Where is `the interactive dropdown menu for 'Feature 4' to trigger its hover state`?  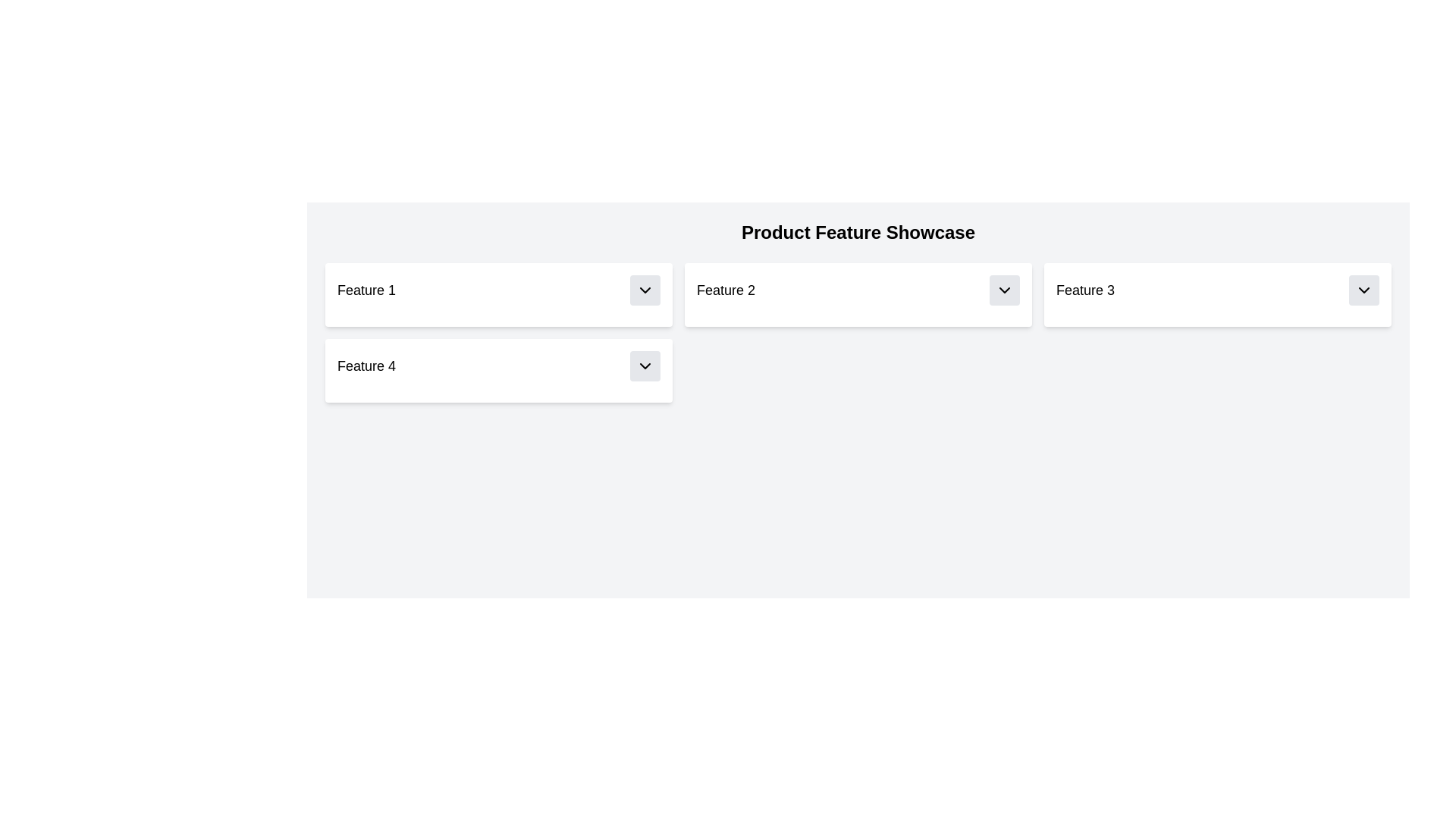 the interactive dropdown menu for 'Feature 4' to trigger its hover state is located at coordinates (498, 366).